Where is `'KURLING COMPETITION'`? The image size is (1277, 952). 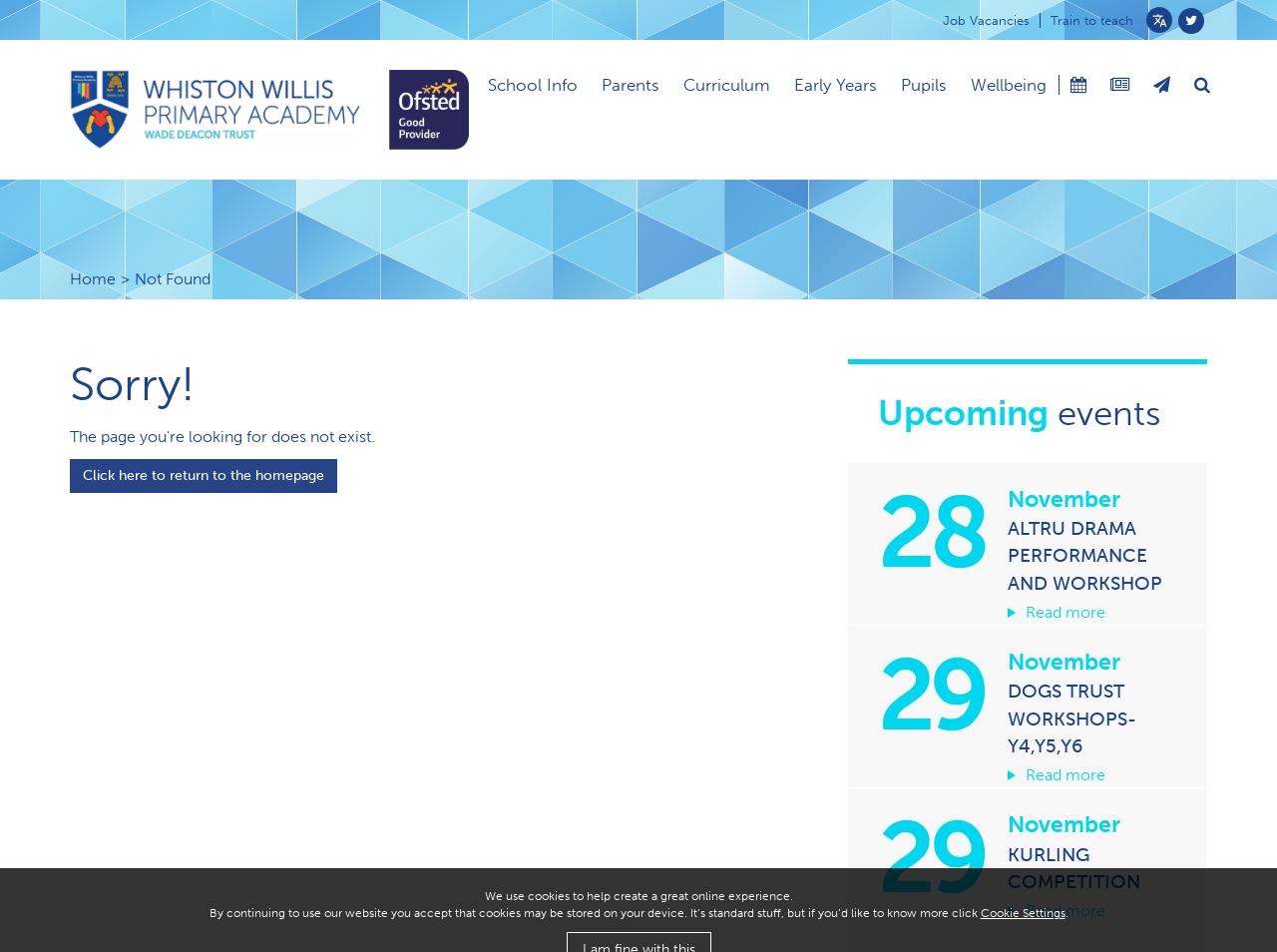
'KURLING COMPETITION' is located at coordinates (1072, 866).